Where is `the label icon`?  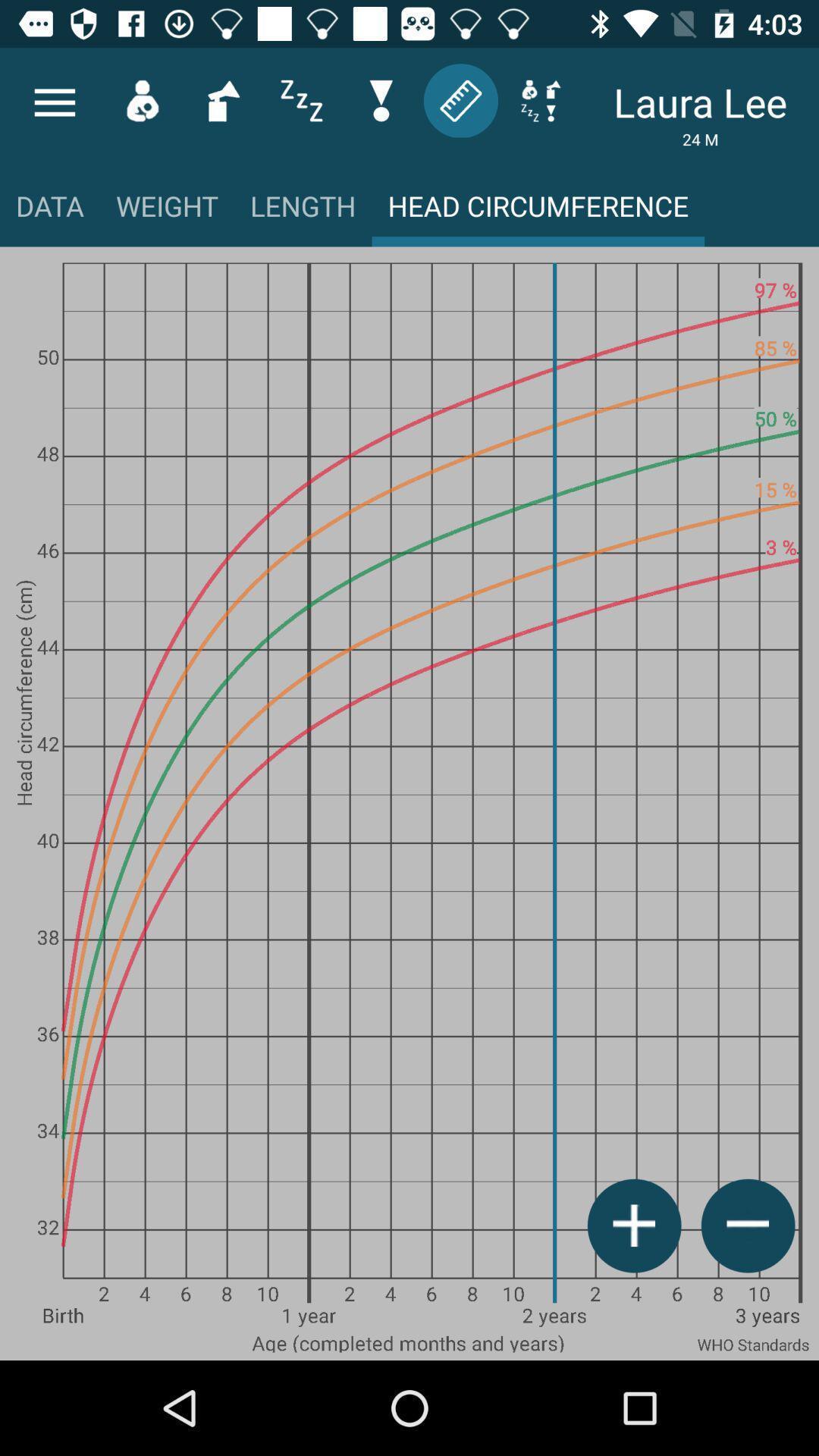 the label icon is located at coordinates (460, 99).